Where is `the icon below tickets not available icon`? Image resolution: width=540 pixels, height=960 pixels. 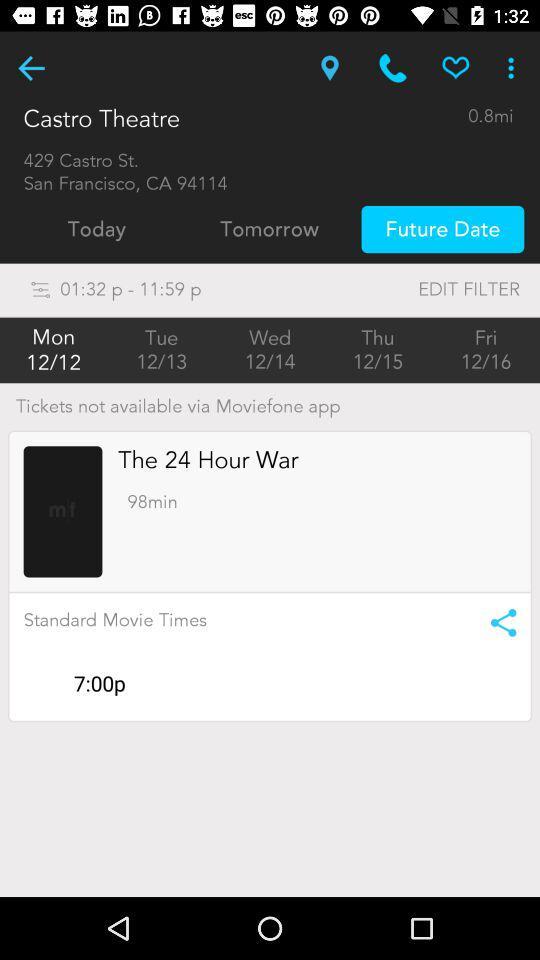
the icon below tickets not available icon is located at coordinates (63, 510).